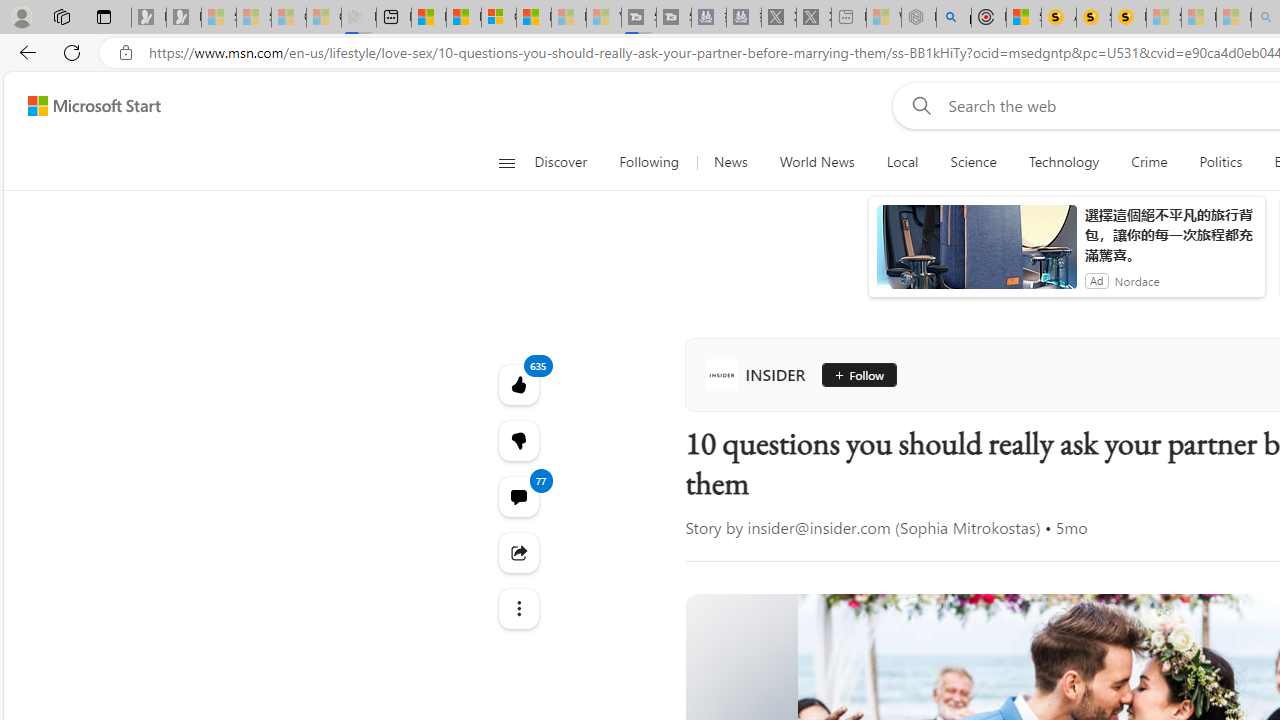 Image resolution: width=1280 pixels, height=720 pixels. I want to click on 'Newsletter Sign Up - Sleeping', so click(183, 17).